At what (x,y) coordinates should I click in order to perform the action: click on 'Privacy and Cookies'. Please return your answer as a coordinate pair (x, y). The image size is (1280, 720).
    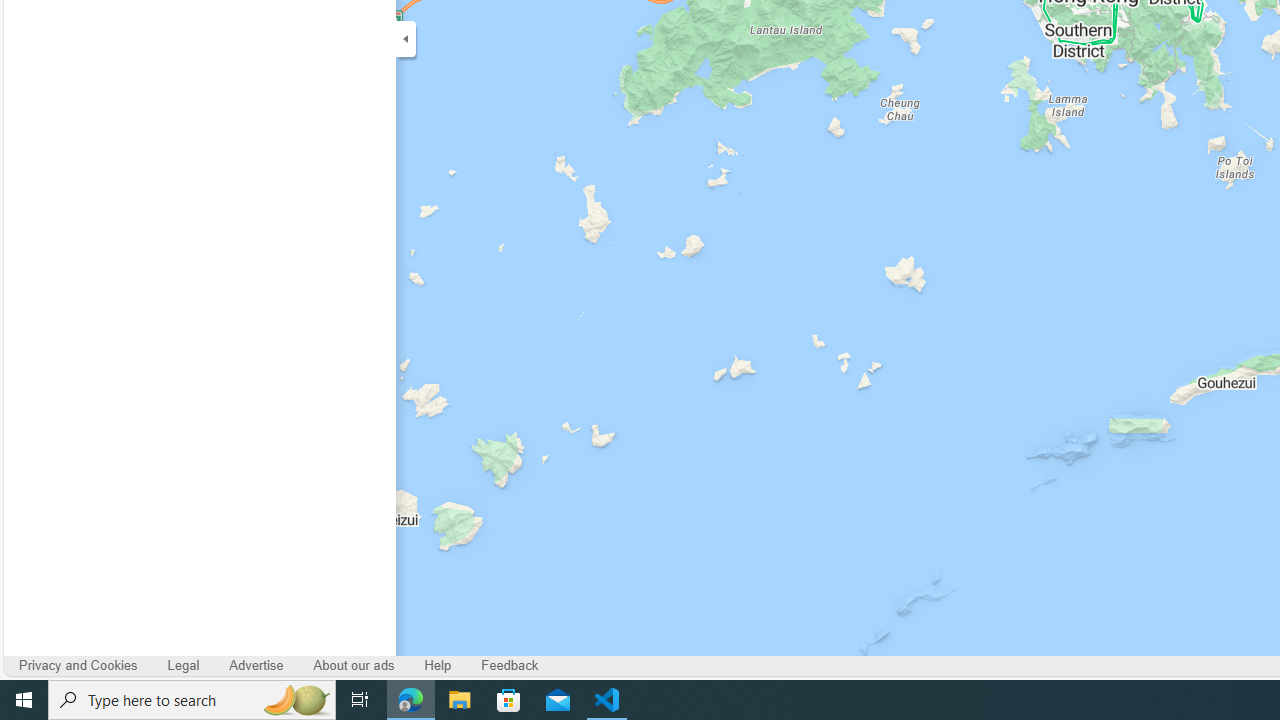
    Looking at the image, I should click on (78, 666).